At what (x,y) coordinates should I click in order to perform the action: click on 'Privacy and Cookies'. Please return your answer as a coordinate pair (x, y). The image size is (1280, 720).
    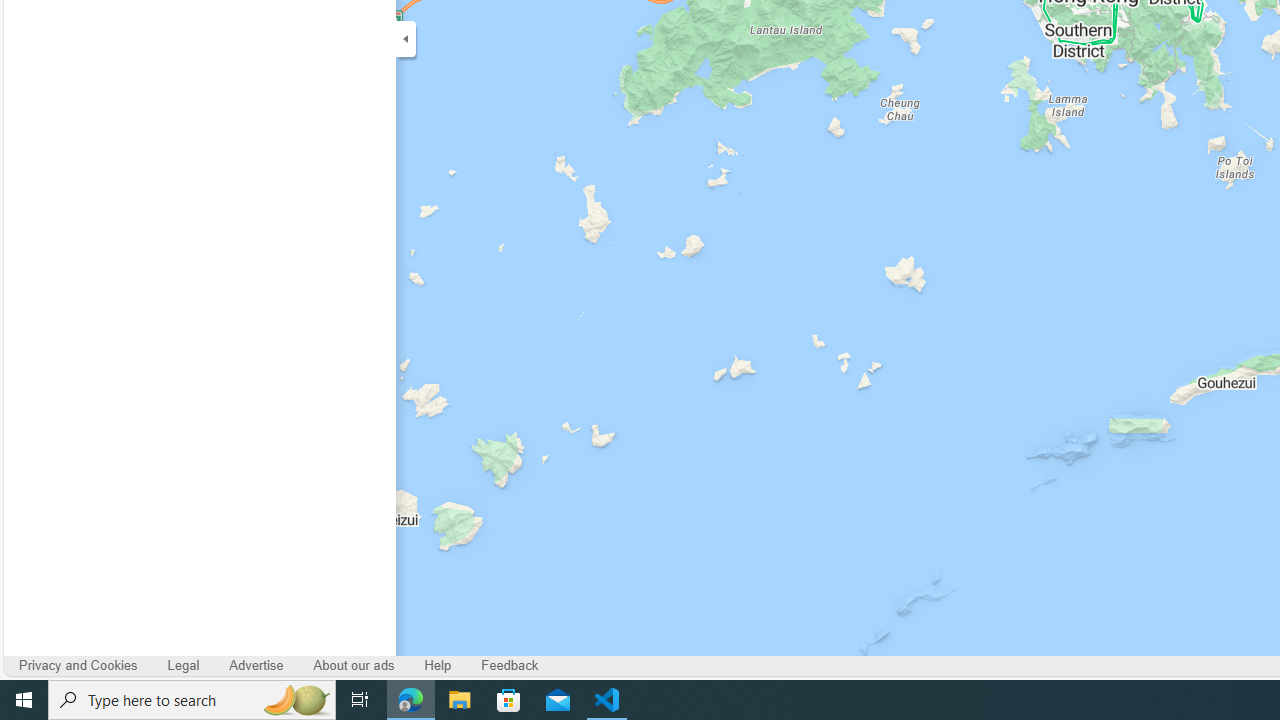
    Looking at the image, I should click on (78, 666).